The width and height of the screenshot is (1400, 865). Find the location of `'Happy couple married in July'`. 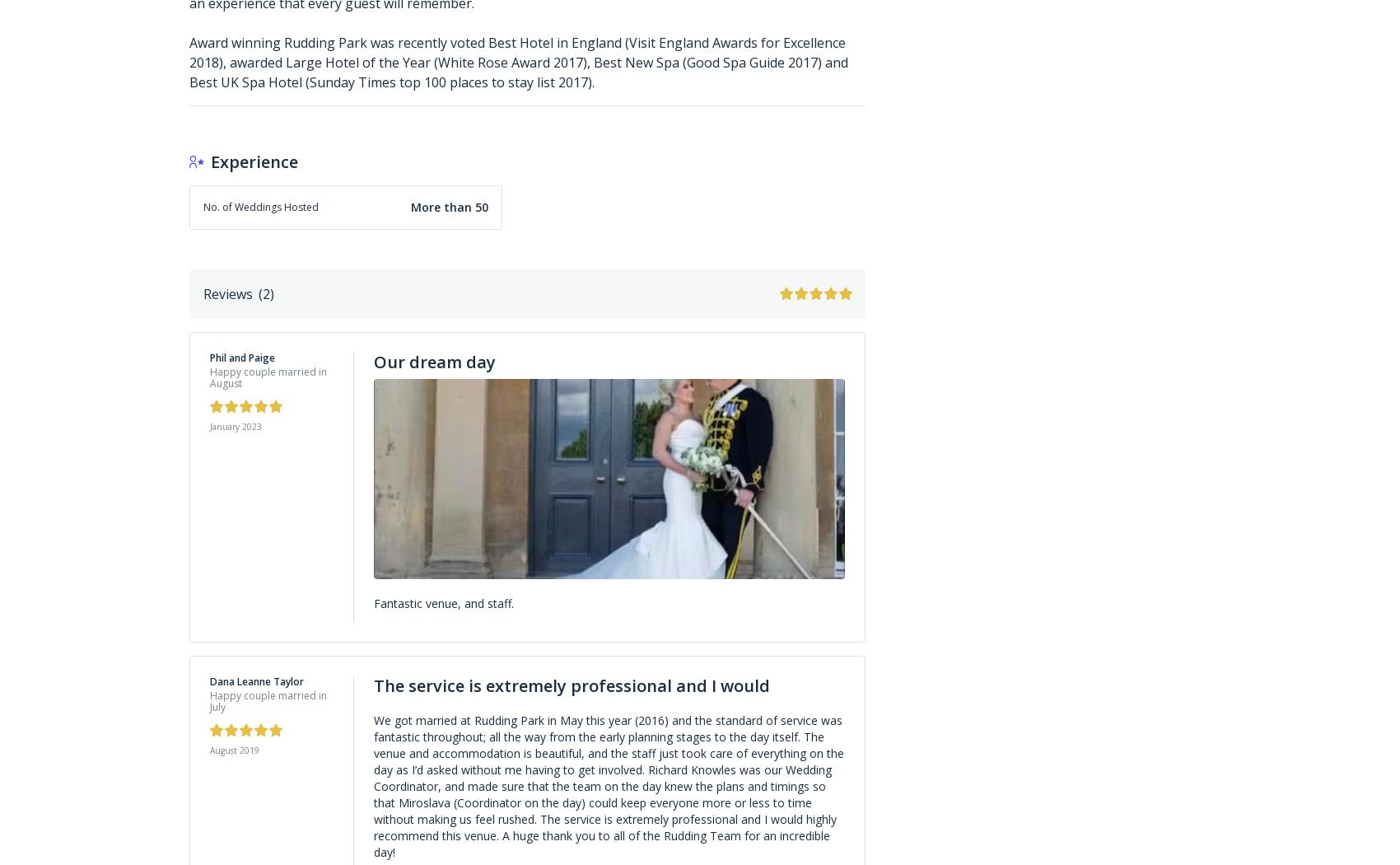

'Happy couple married in July' is located at coordinates (210, 700).